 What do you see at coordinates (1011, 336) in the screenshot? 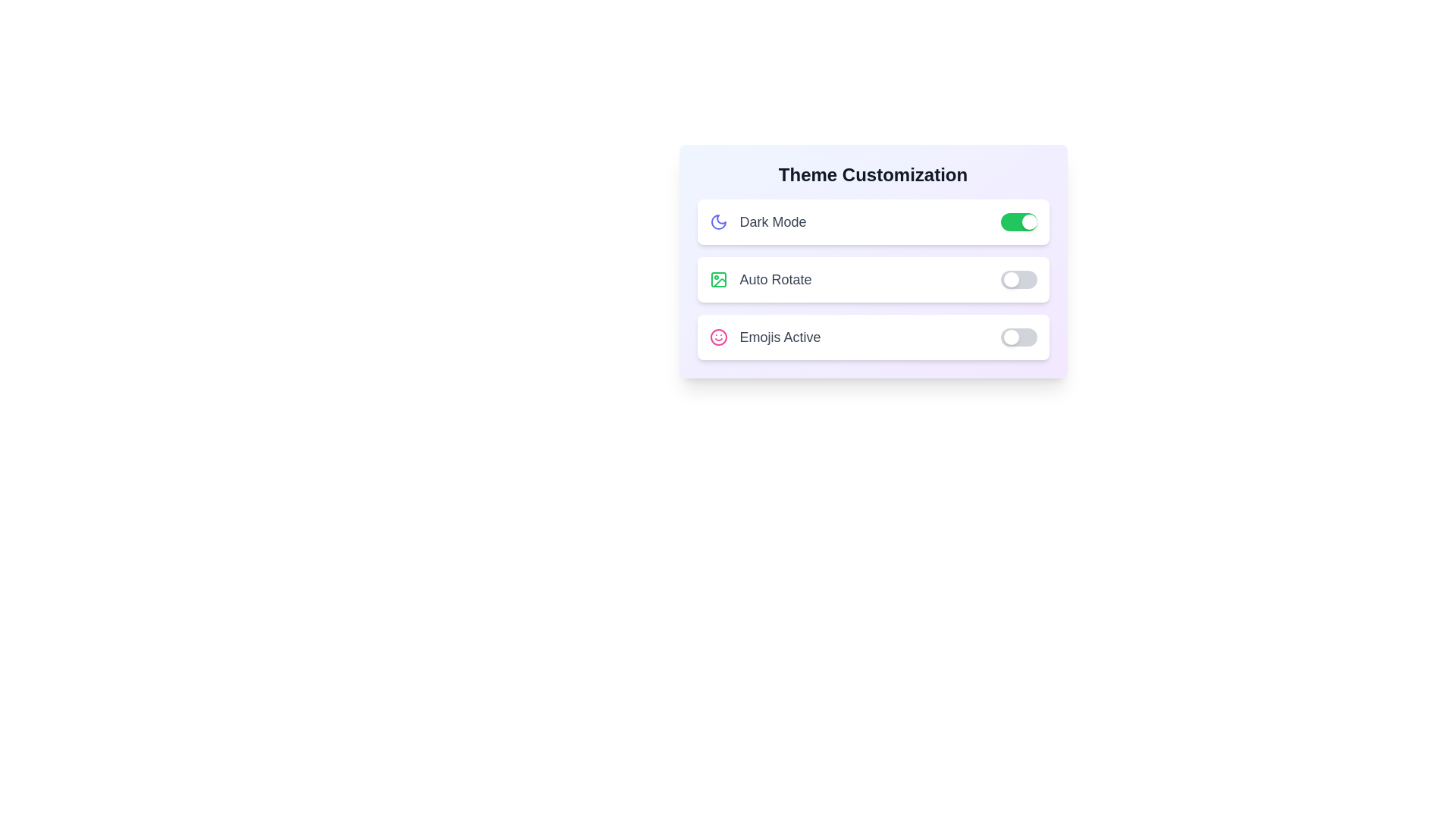
I see `the circular Toggle Switch Indicator within the bottom-most toggle switch of the 'Theme Customization' settings, specifically for the 'Emojis Active' setting` at bounding box center [1011, 336].